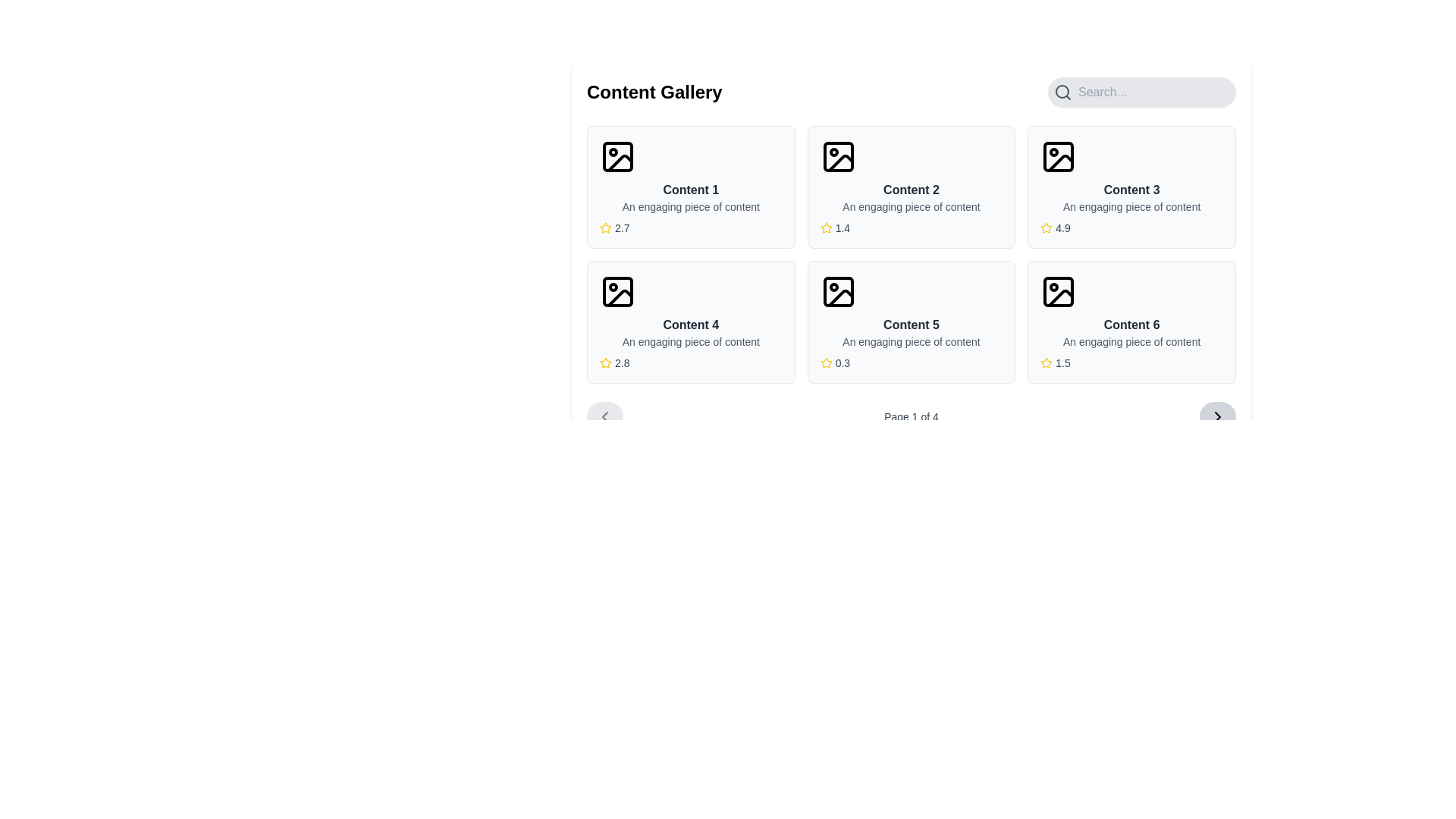 The width and height of the screenshot is (1456, 819). What do you see at coordinates (1046, 227) in the screenshot?
I see `the third star icon representing the graphical rating marker for 'Content 3' located under the text description` at bounding box center [1046, 227].